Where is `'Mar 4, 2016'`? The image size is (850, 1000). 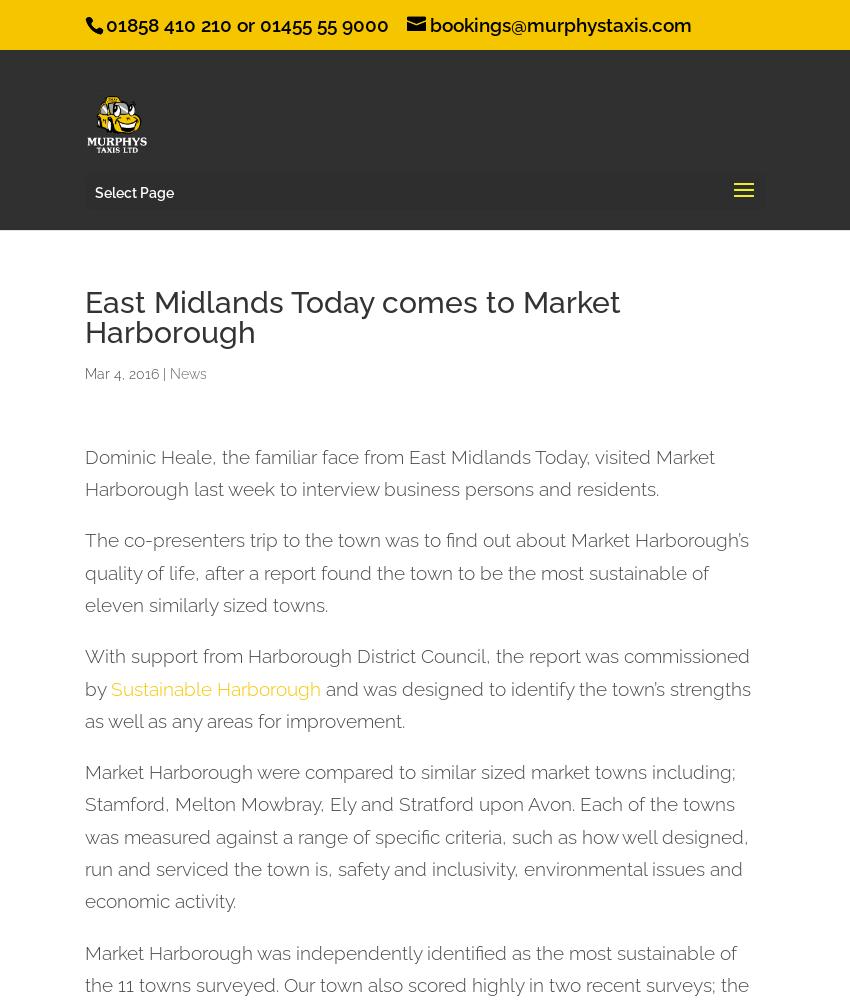
'Mar 4, 2016' is located at coordinates (120, 372).